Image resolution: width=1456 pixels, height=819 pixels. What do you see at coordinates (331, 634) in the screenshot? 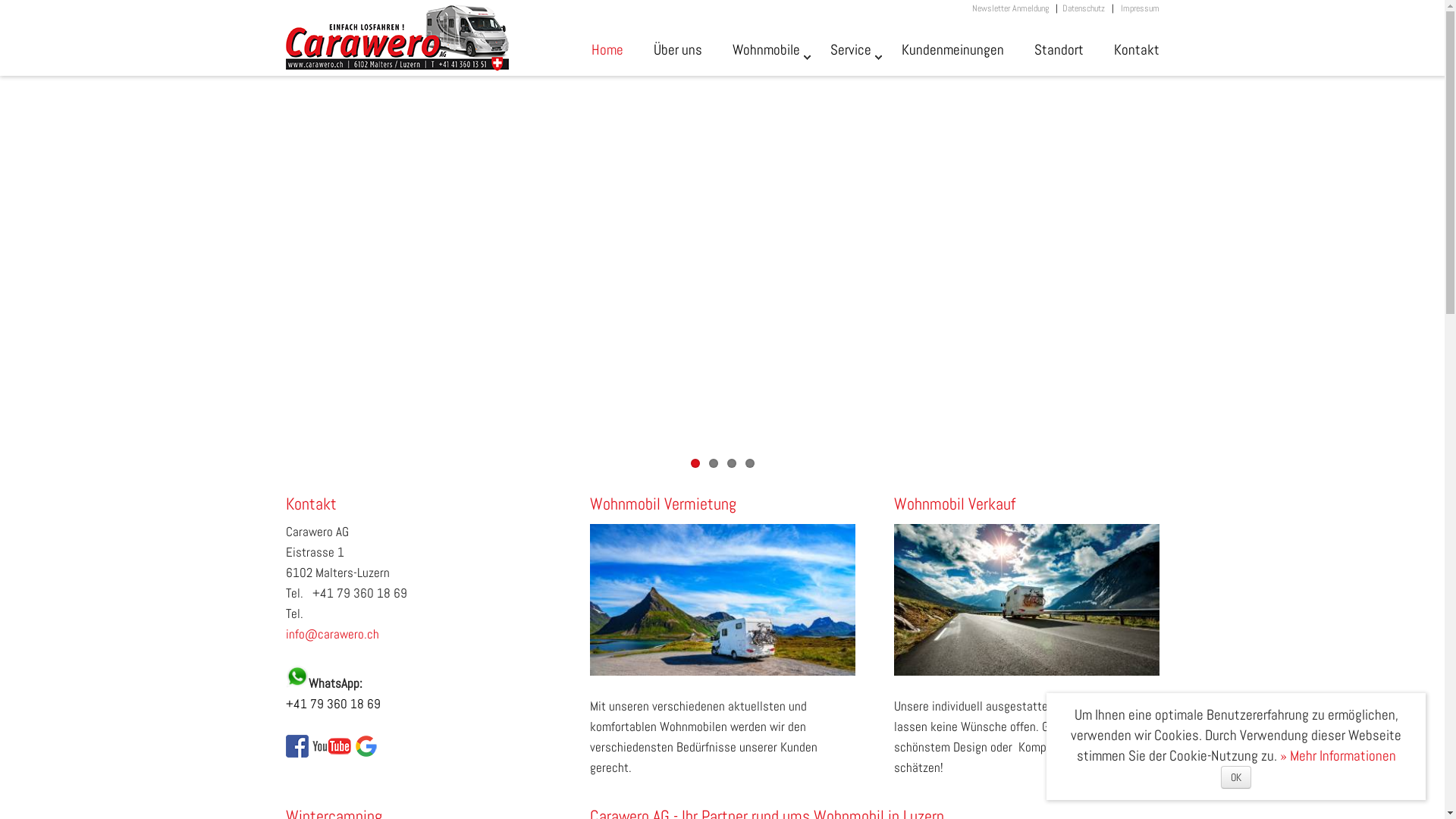
I see `'info@carawero.ch'` at bounding box center [331, 634].